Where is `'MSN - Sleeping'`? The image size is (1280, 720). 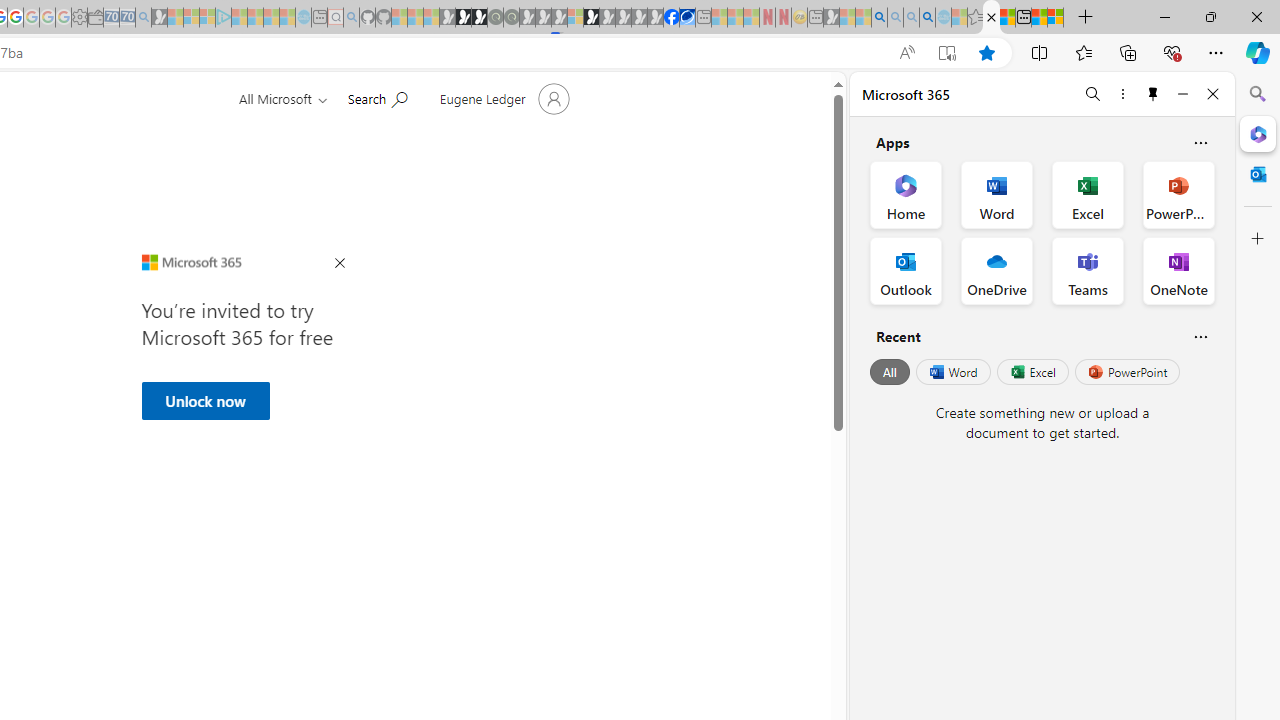
'MSN - Sleeping' is located at coordinates (831, 17).